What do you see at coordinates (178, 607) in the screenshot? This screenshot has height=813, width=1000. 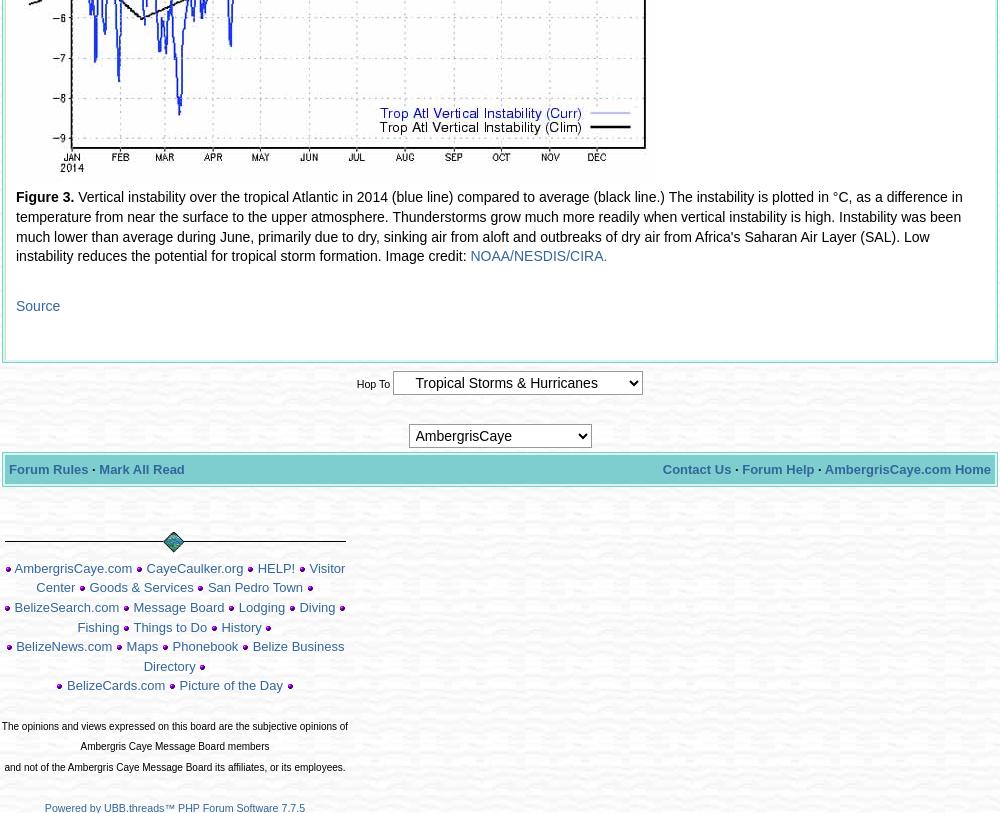 I see `'Message Board'` at bounding box center [178, 607].